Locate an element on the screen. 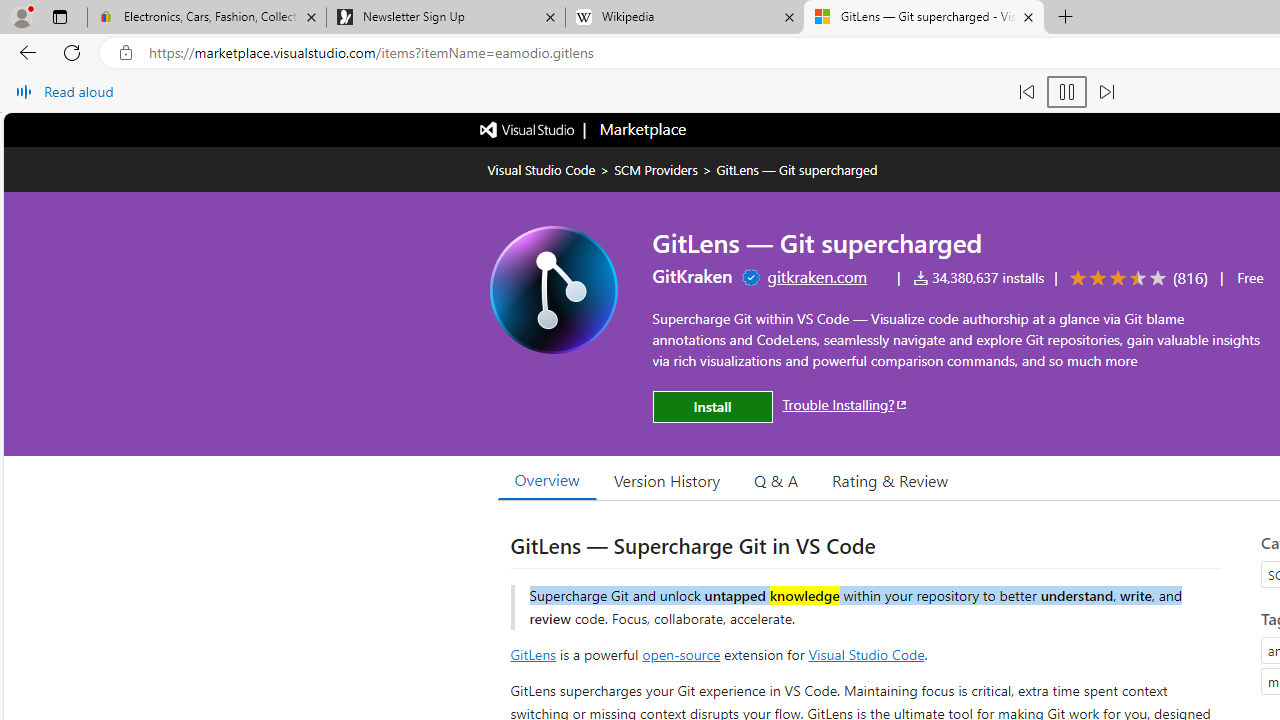  'More from GitKraken publisher' is located at coordinates (692, 276).